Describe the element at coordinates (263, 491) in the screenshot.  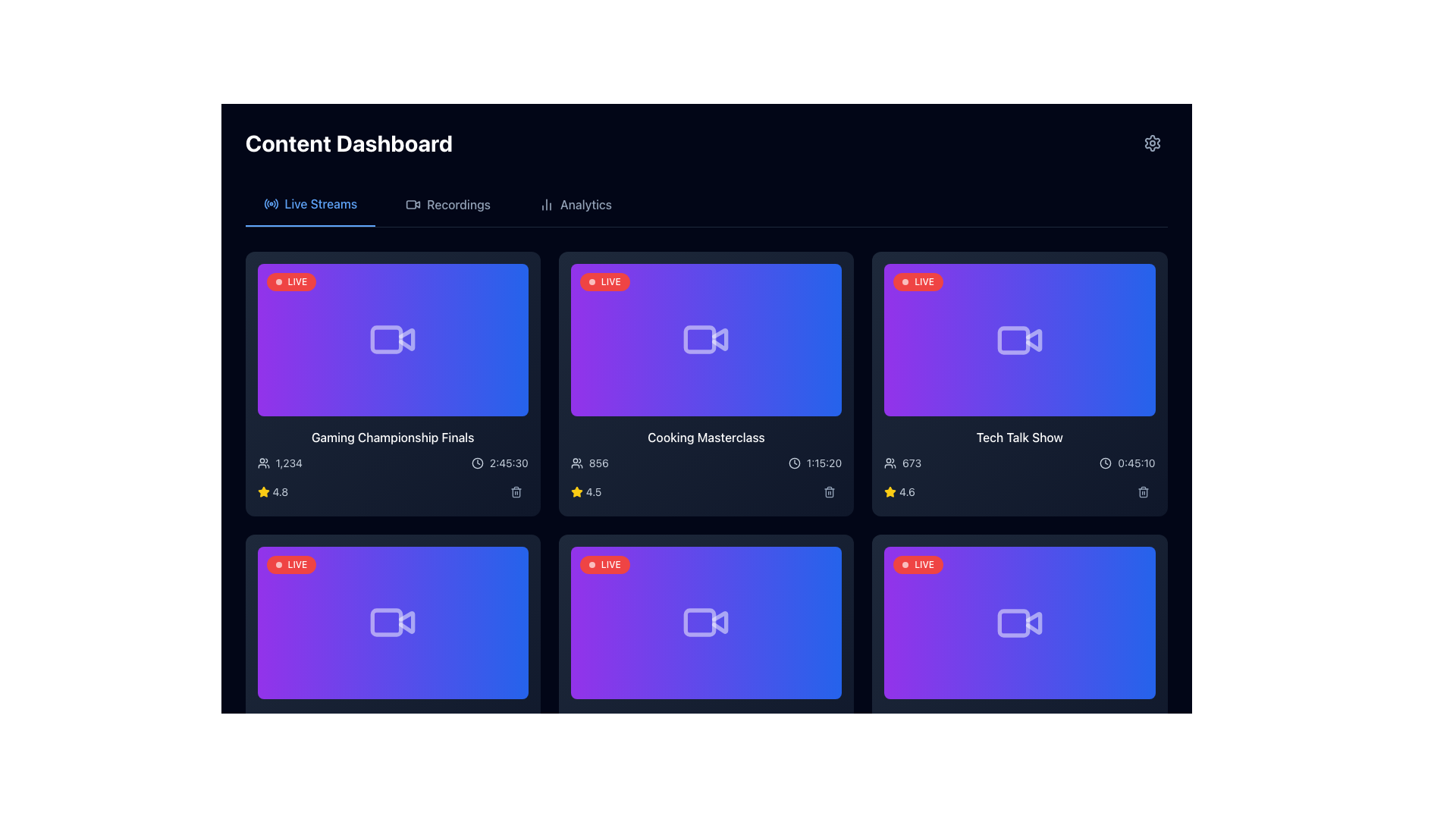
I see `the yellow star-shaped icon located in the bottom-right corner of the video session card` at that location.